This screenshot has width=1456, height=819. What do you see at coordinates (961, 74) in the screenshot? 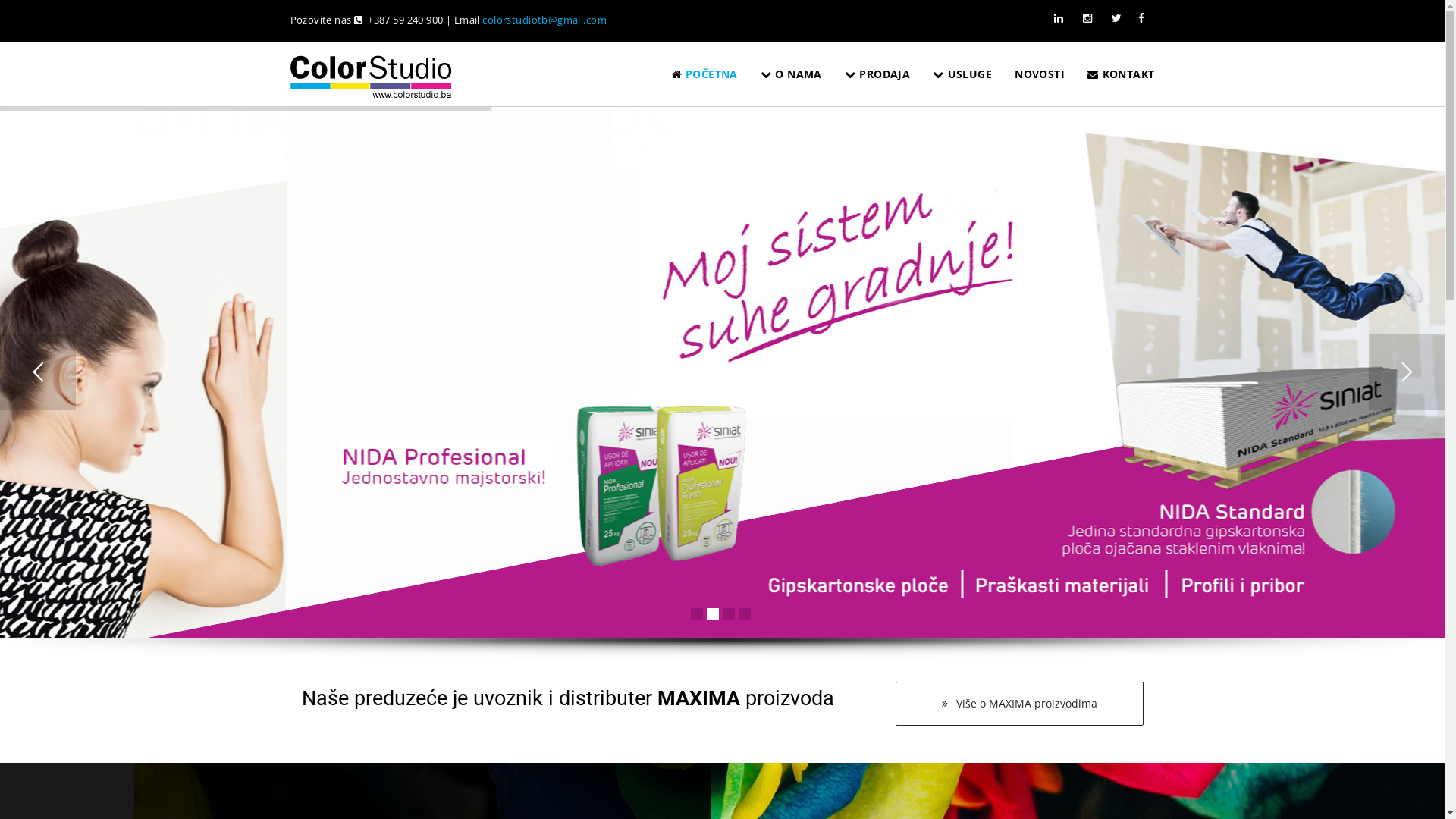
I see `'USLUGE'` at bounding box center [961, 74].